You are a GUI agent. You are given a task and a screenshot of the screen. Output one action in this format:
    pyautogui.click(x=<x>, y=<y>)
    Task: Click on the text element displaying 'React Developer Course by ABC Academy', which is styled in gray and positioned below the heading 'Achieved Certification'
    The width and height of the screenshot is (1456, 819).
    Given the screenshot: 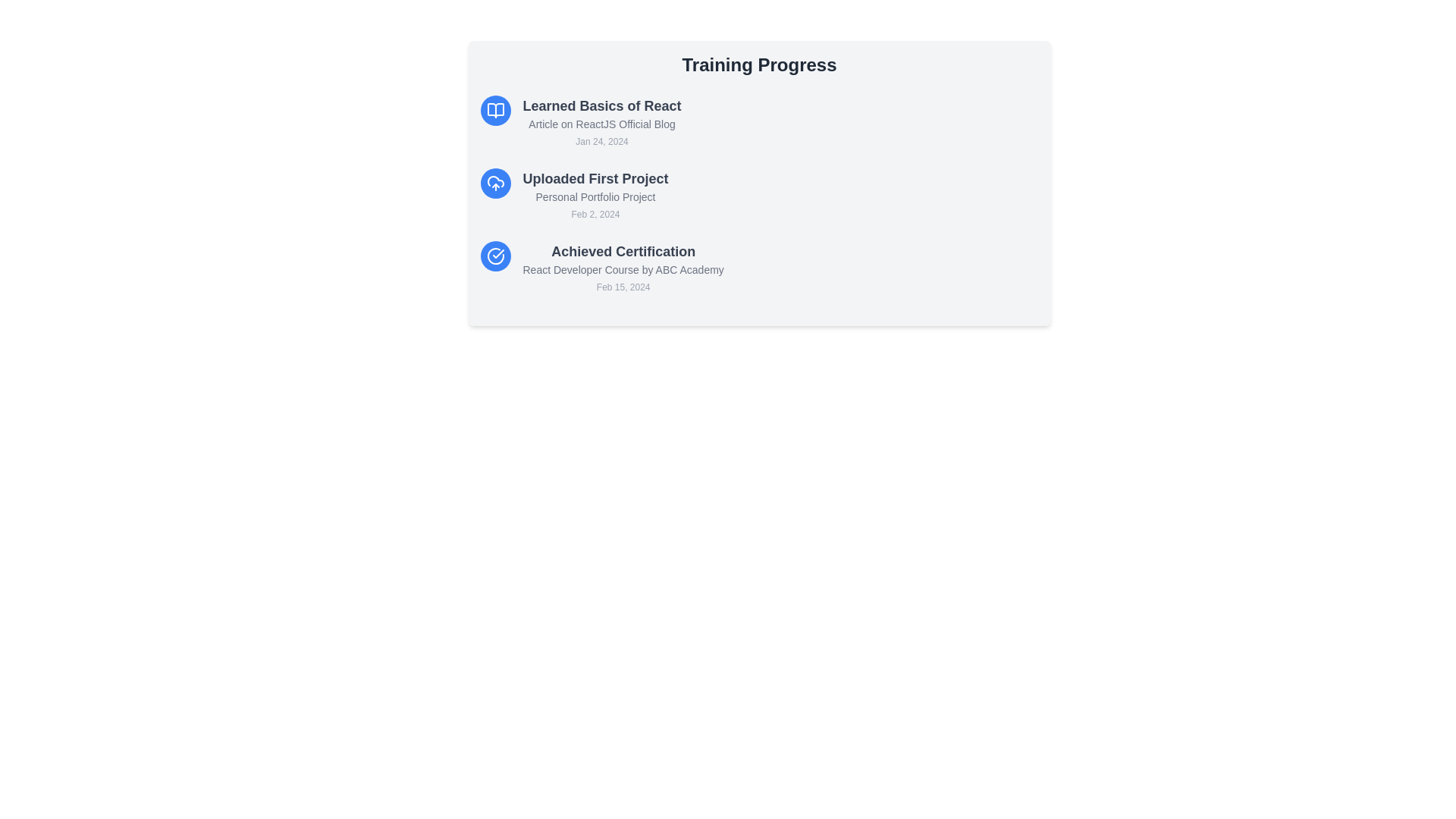 What is the action you would take?
    pyautogui.click(x=623, y=268)
    